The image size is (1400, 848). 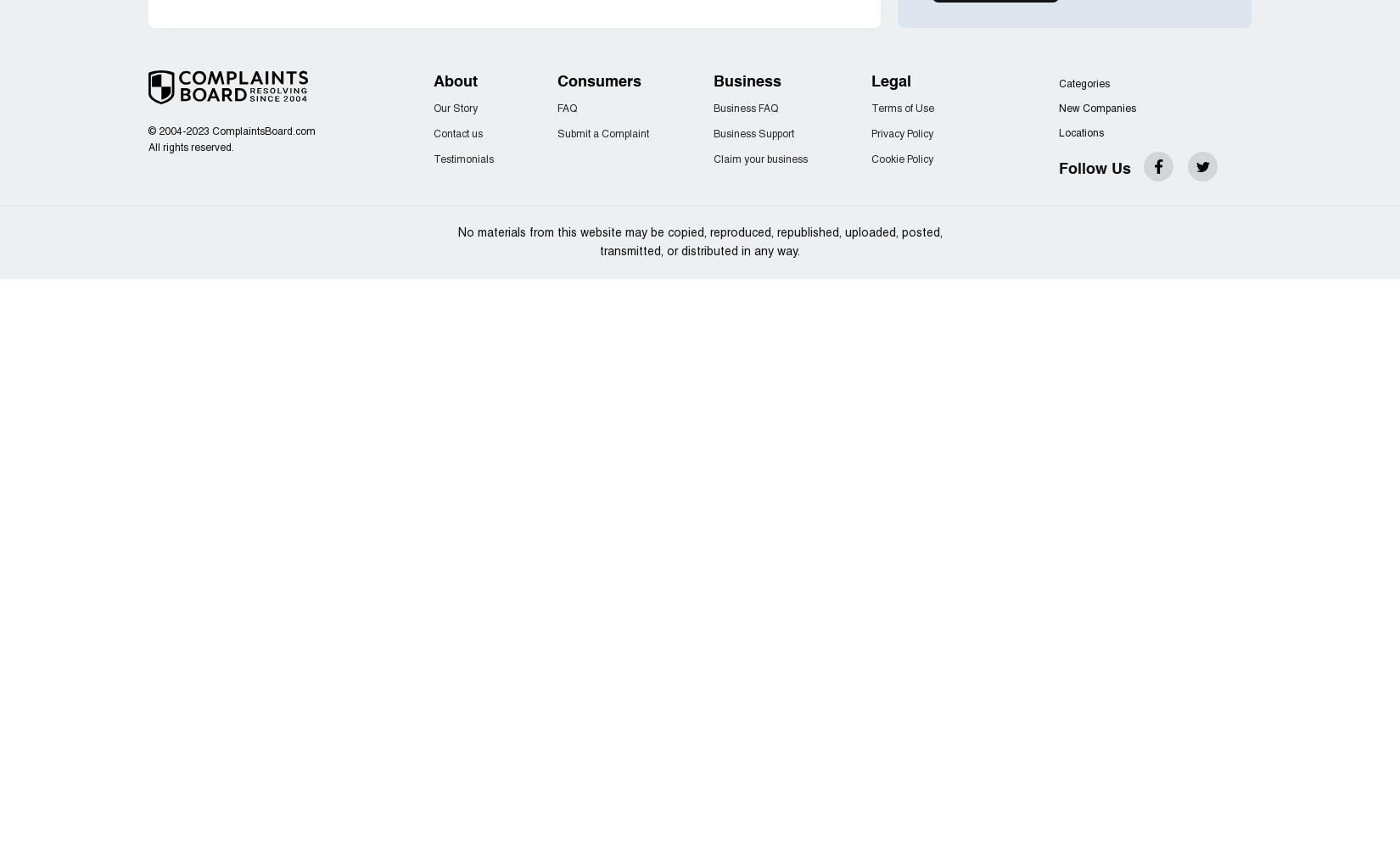 What do you see at coordinates (1080, 133) in the screenshot?
I see `'Locations'` at bounding box center [1080, 133].